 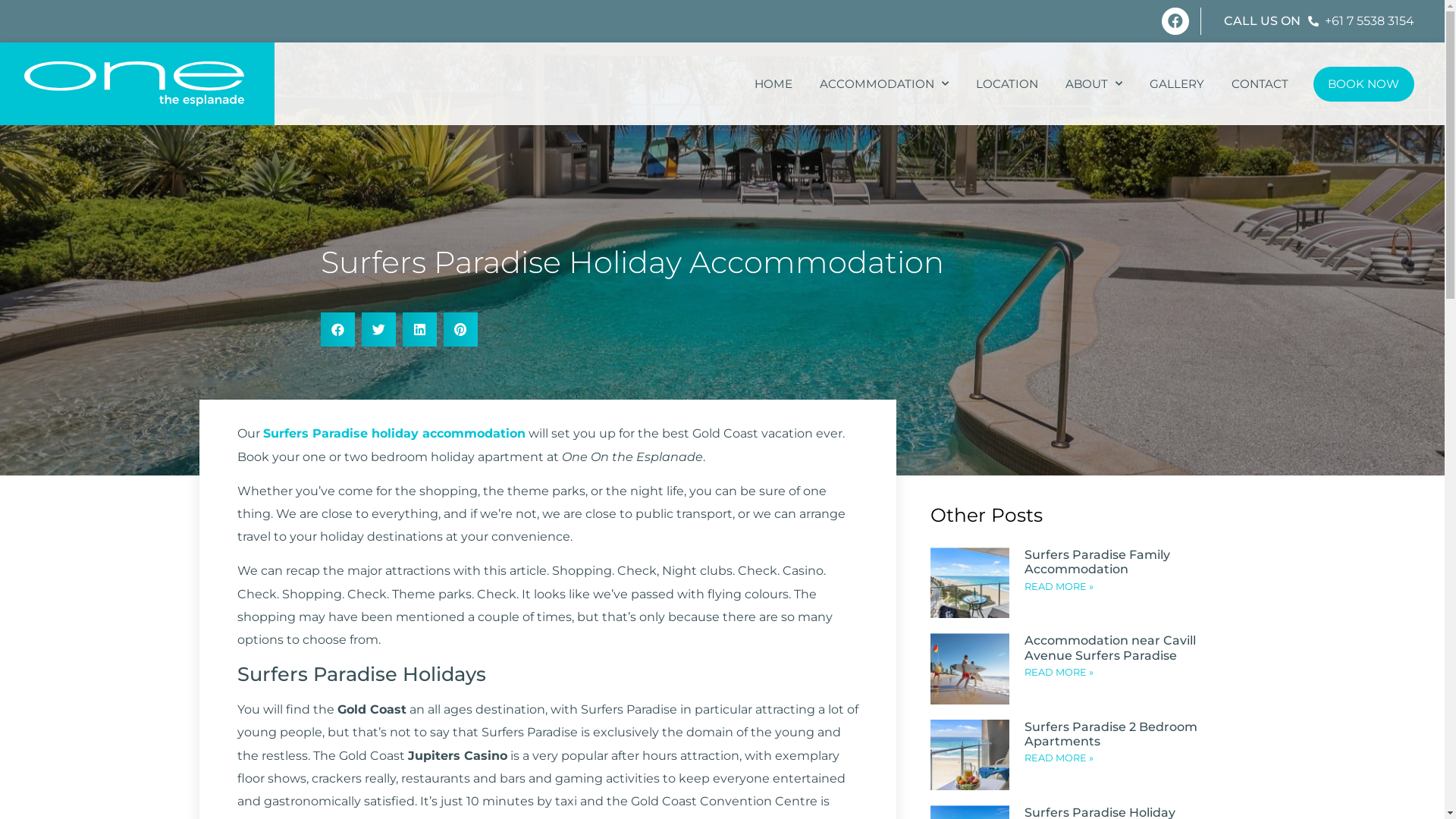 I want to click on 'GALLERY', so click(x=1175, y=84).